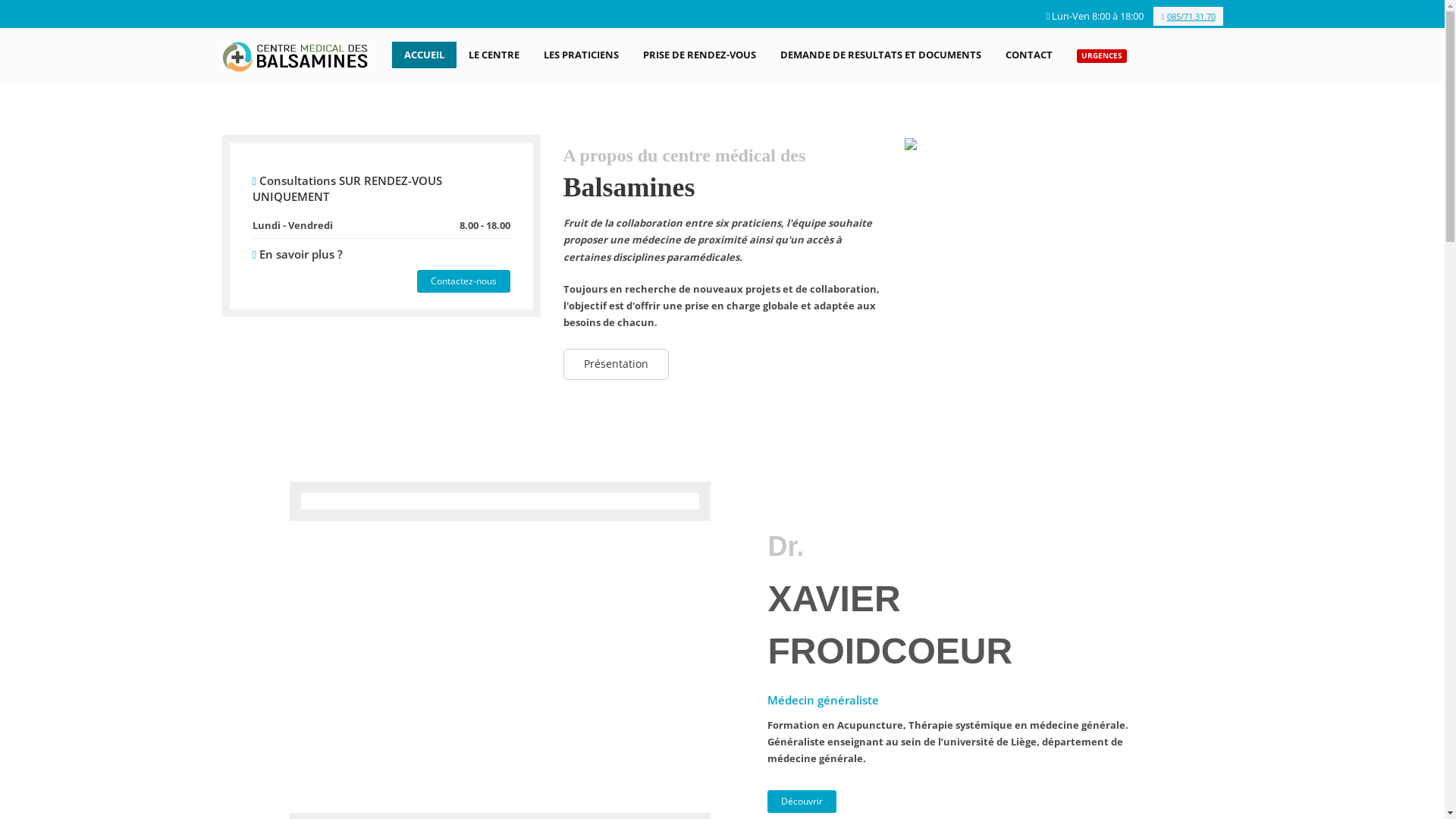  Describe the element at coordinates (580, 54) in the screenshot. I see `'LES PRATICIENS'` at that location.